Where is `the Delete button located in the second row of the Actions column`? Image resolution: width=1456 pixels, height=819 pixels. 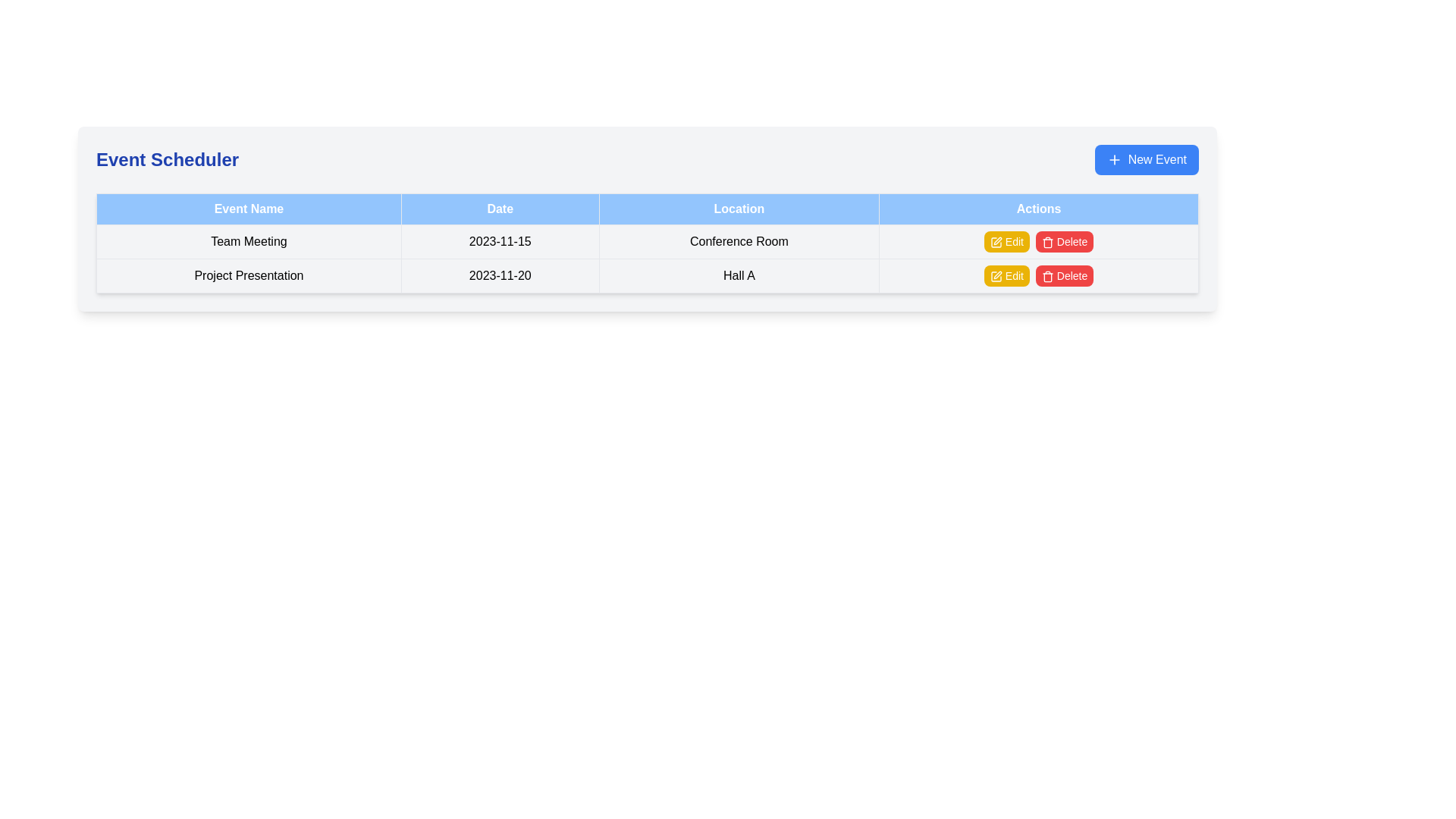
the Delete button located in the second row of the Actions column is located at coordinates (1064, 275).